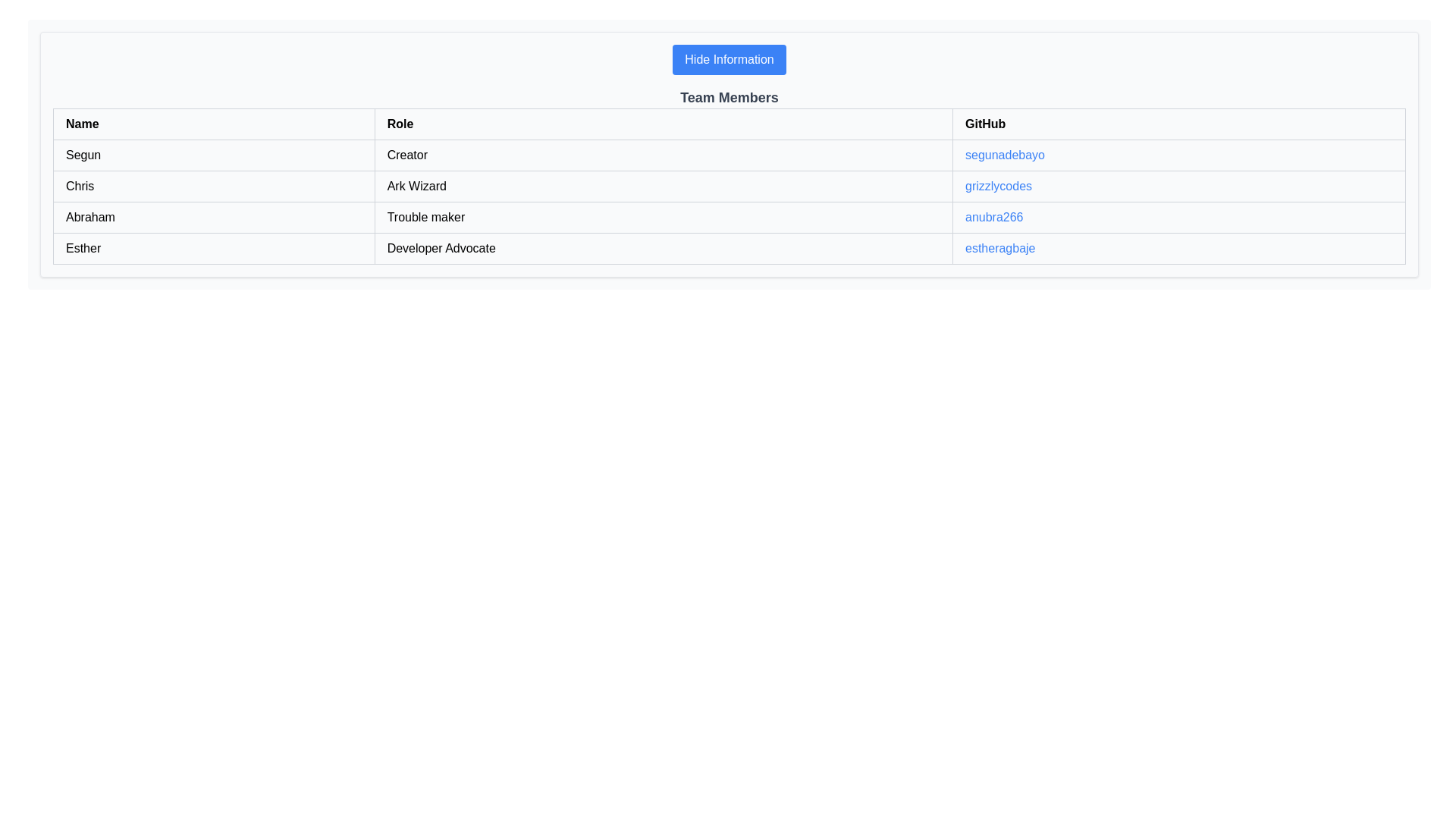 Image resolution: width=1456 pixels, height=819 pixels. Describe the element at coordinates (729, 217) in the screenshot. I see `the third row in the table that displays information about an individual, including their name, role, and GitHub username, to trigger a potential tooltip display` at that location.